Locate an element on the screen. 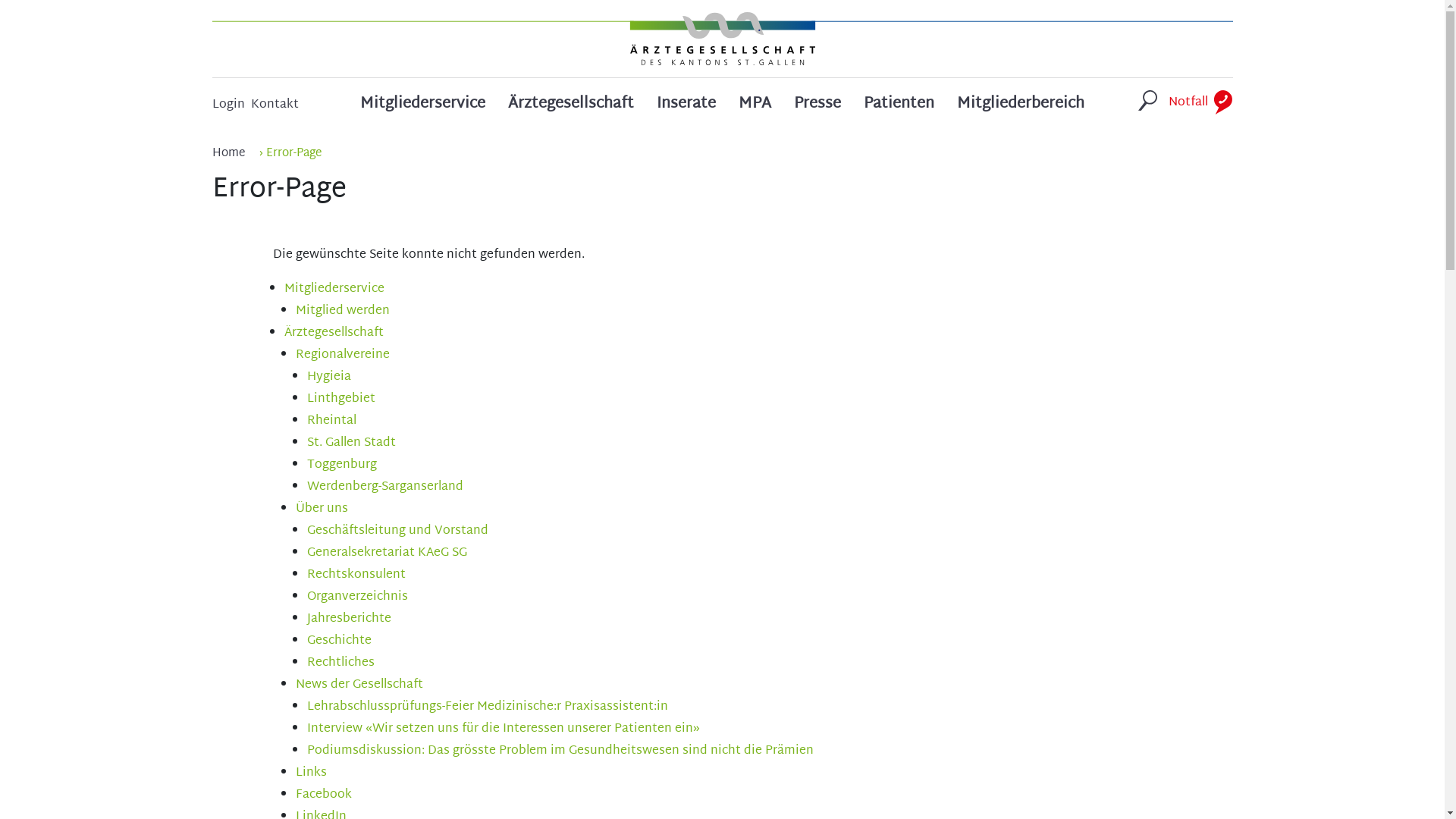  'Organverzeichnis' is located at coordinates (356, 596).